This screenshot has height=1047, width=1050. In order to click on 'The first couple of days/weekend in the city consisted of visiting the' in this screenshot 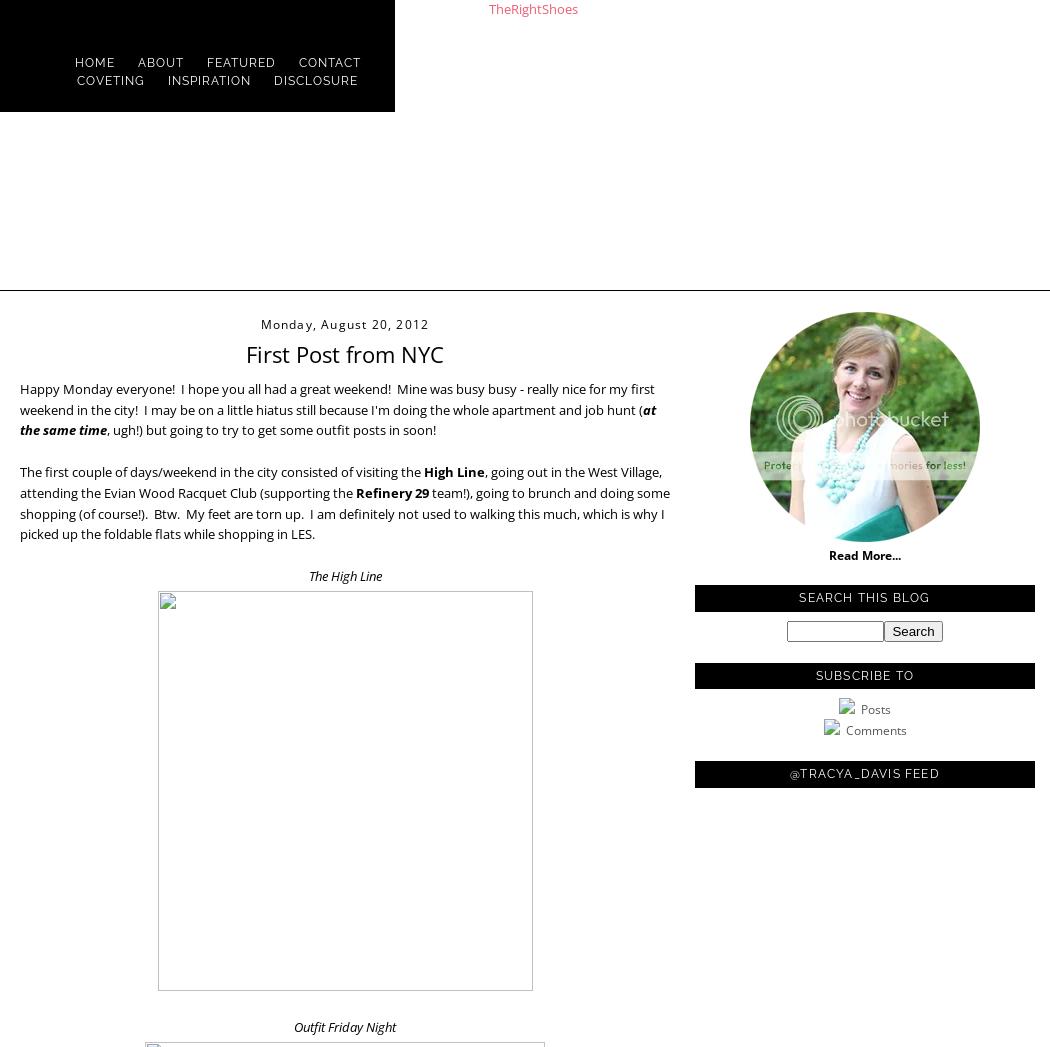, I will do `click(220, 471)`.